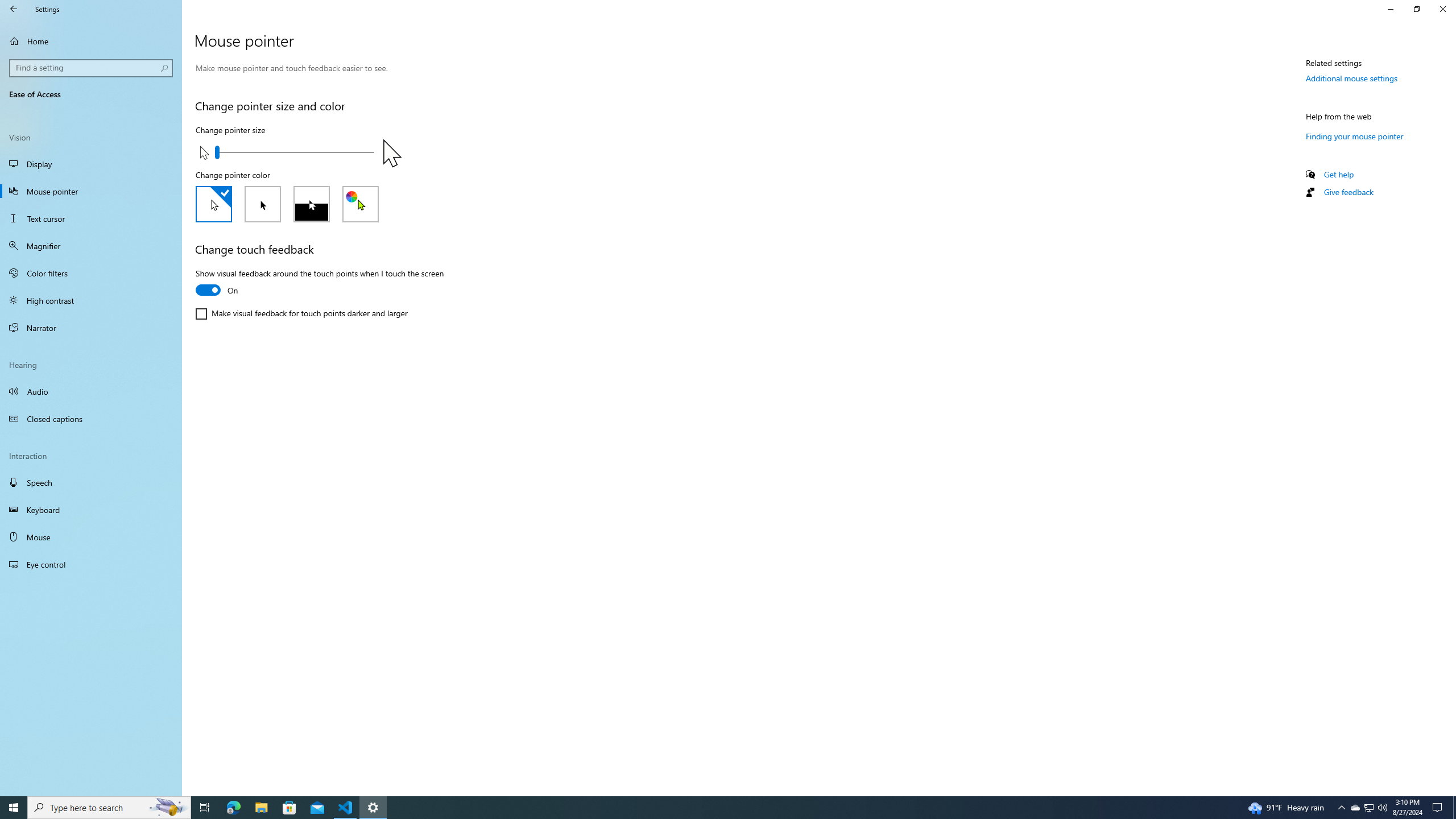 The width and height of the screenshot is (1456, 819). I want to click on 'Color filters', so click(90, 272).